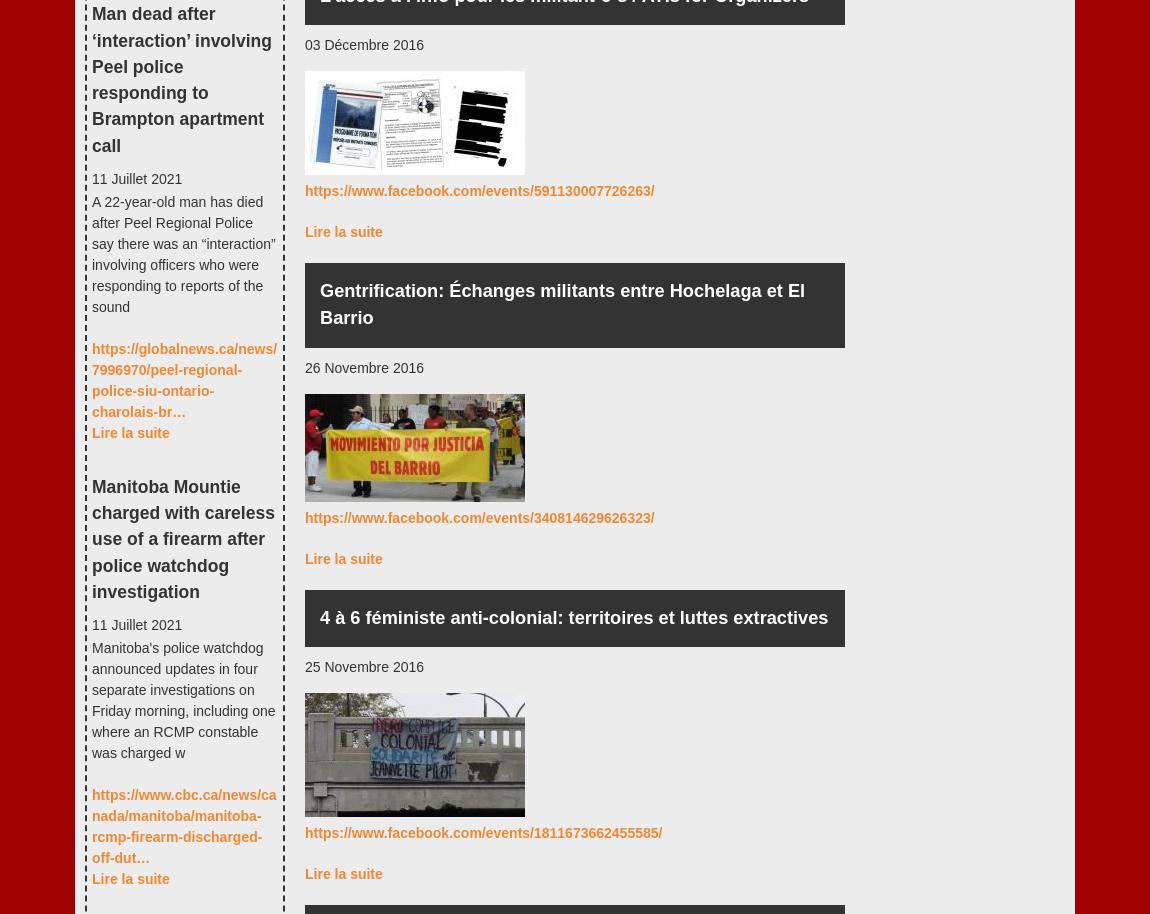 The image size is (1150, 914). Describe the element at coordinates (364, 43) in the screenshot. I see `'03 Décembre 2016'` at that location.